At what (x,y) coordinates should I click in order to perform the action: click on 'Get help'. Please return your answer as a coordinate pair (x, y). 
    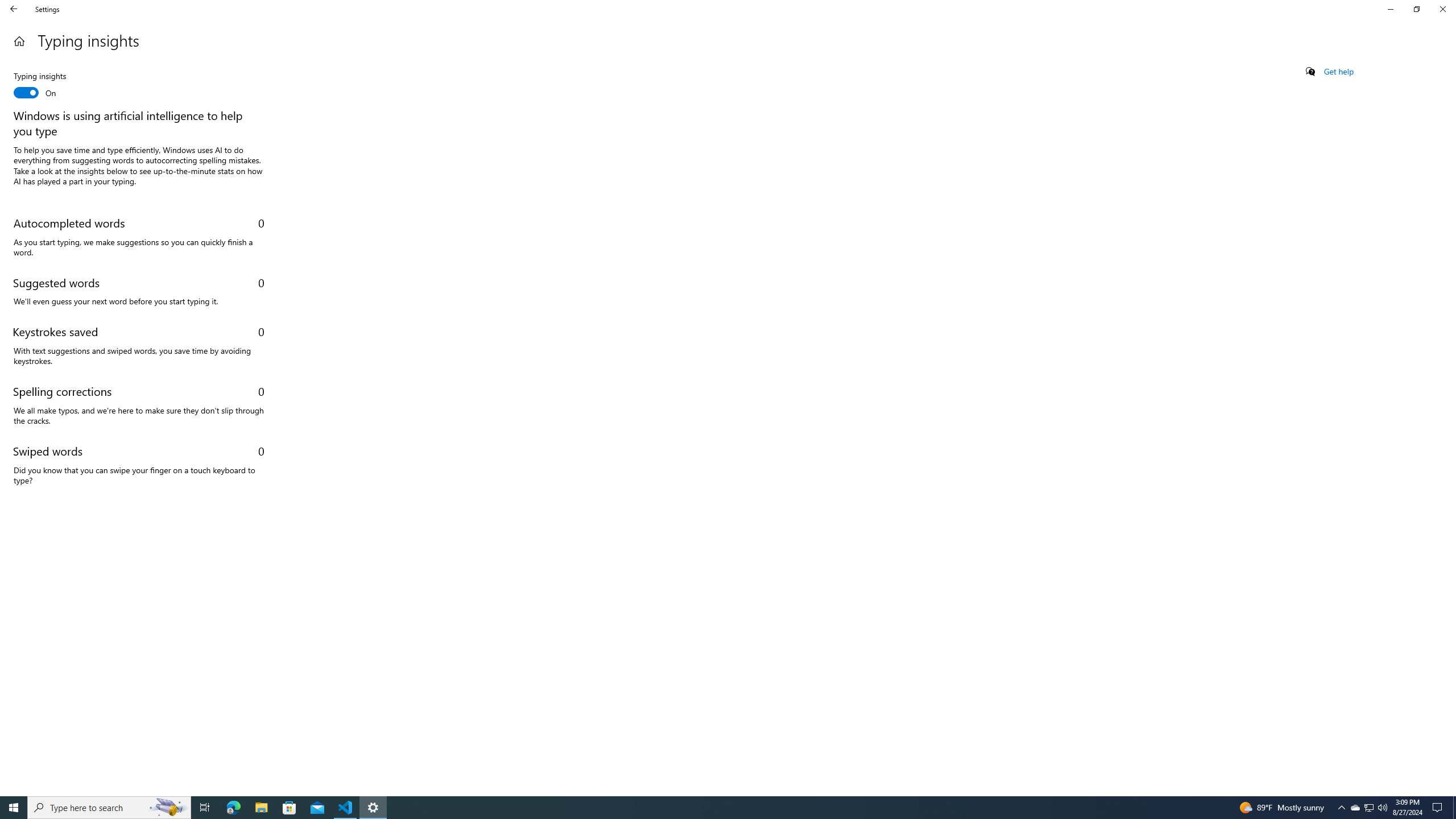
    Looking at the image, I should click on (1338, 71).